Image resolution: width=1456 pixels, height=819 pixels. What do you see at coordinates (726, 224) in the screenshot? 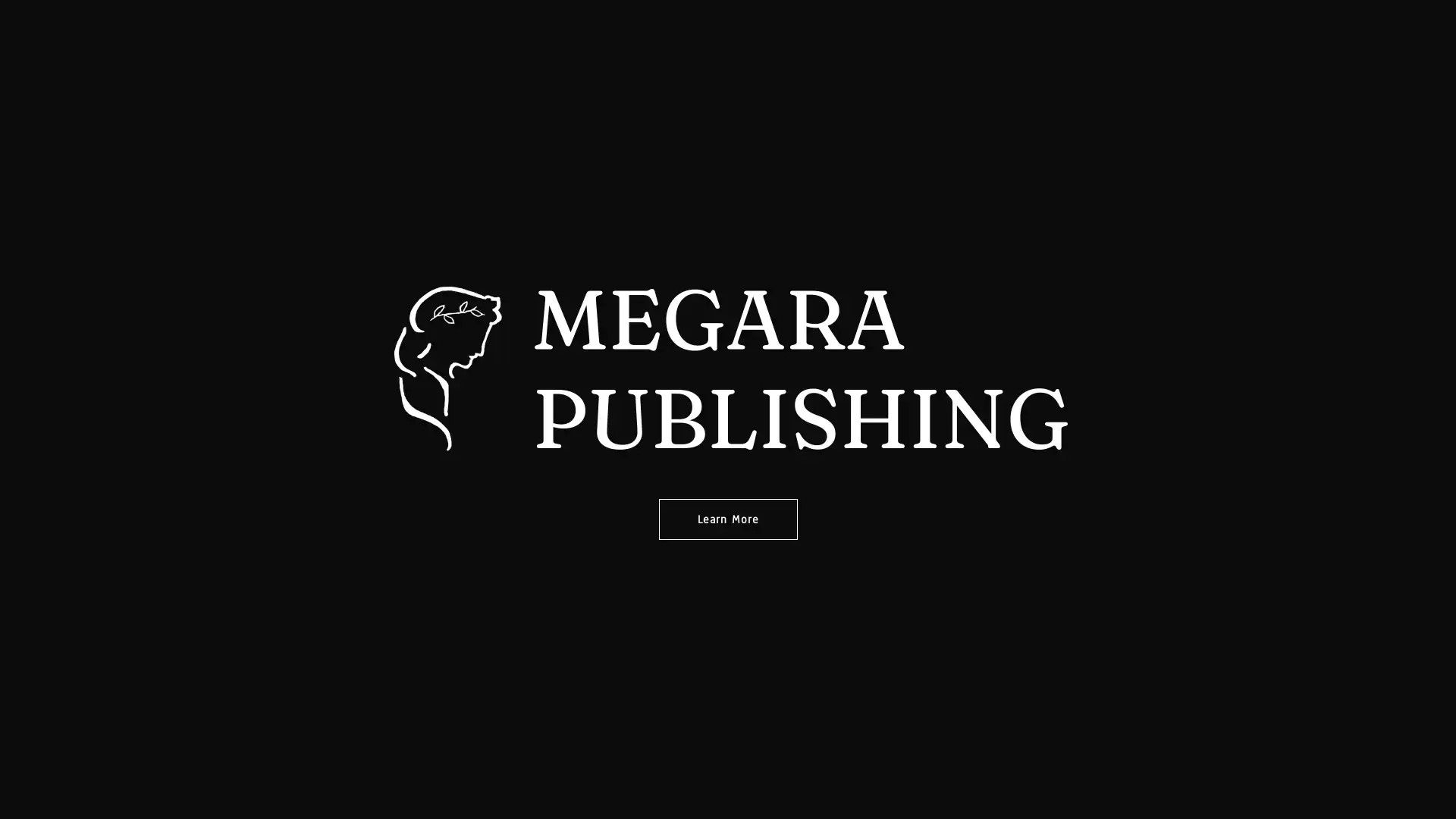
I see `Join Us` at bounding box center [726, 224].